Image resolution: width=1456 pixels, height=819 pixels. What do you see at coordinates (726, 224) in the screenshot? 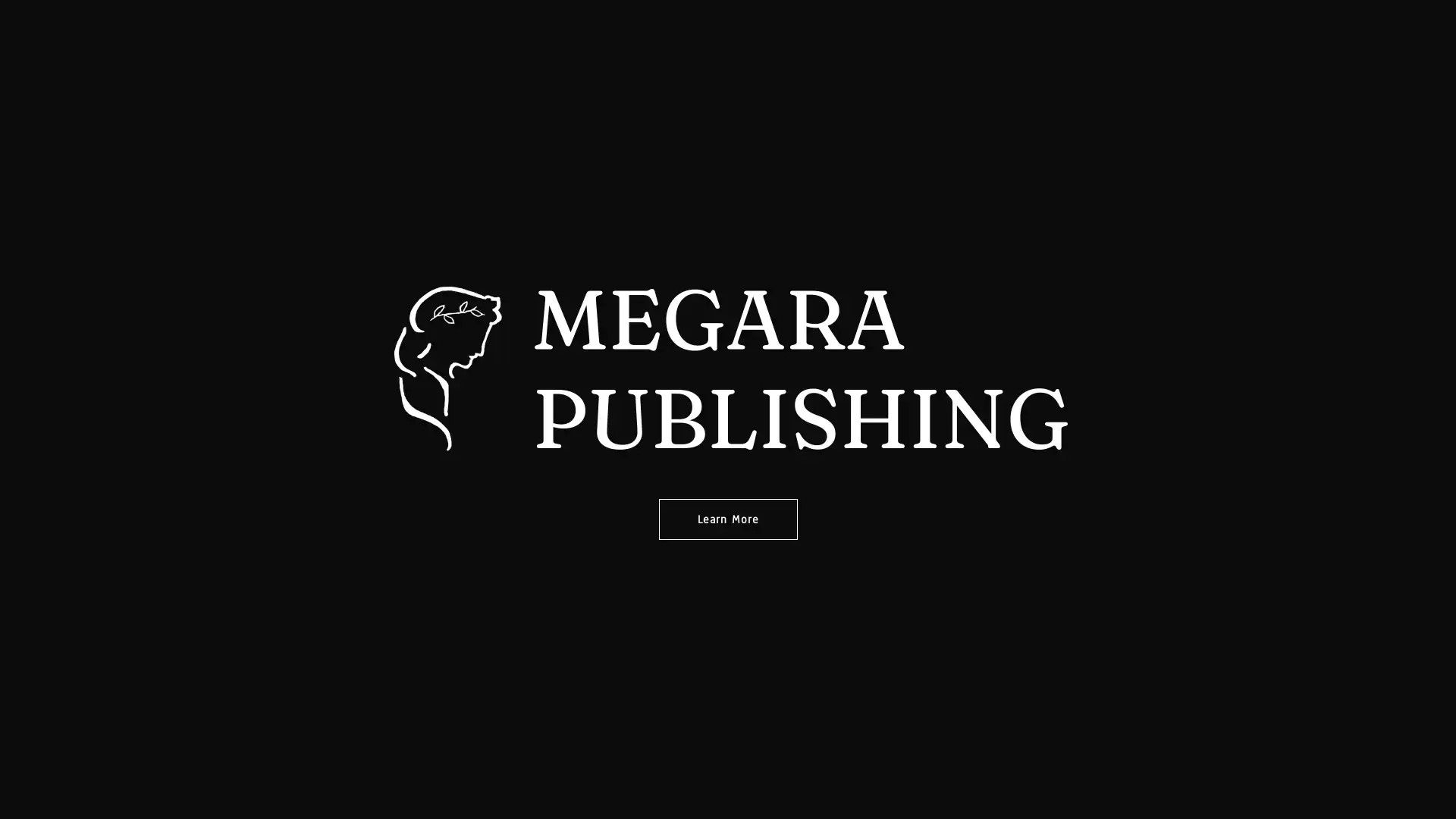
I see `Join Us` at bounding box center [726, 224].